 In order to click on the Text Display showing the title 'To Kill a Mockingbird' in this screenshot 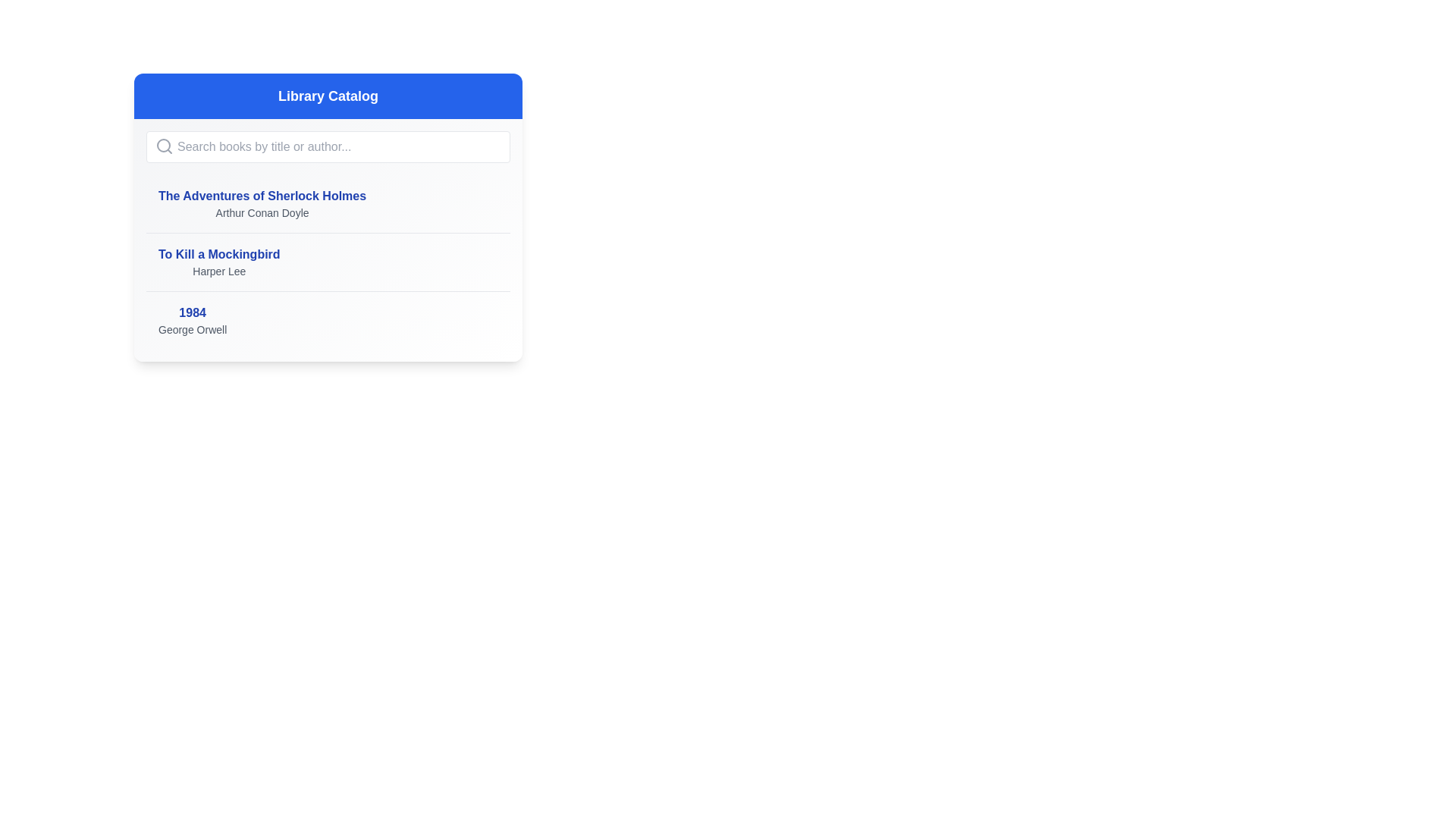, I will do `click(218, 262)`.